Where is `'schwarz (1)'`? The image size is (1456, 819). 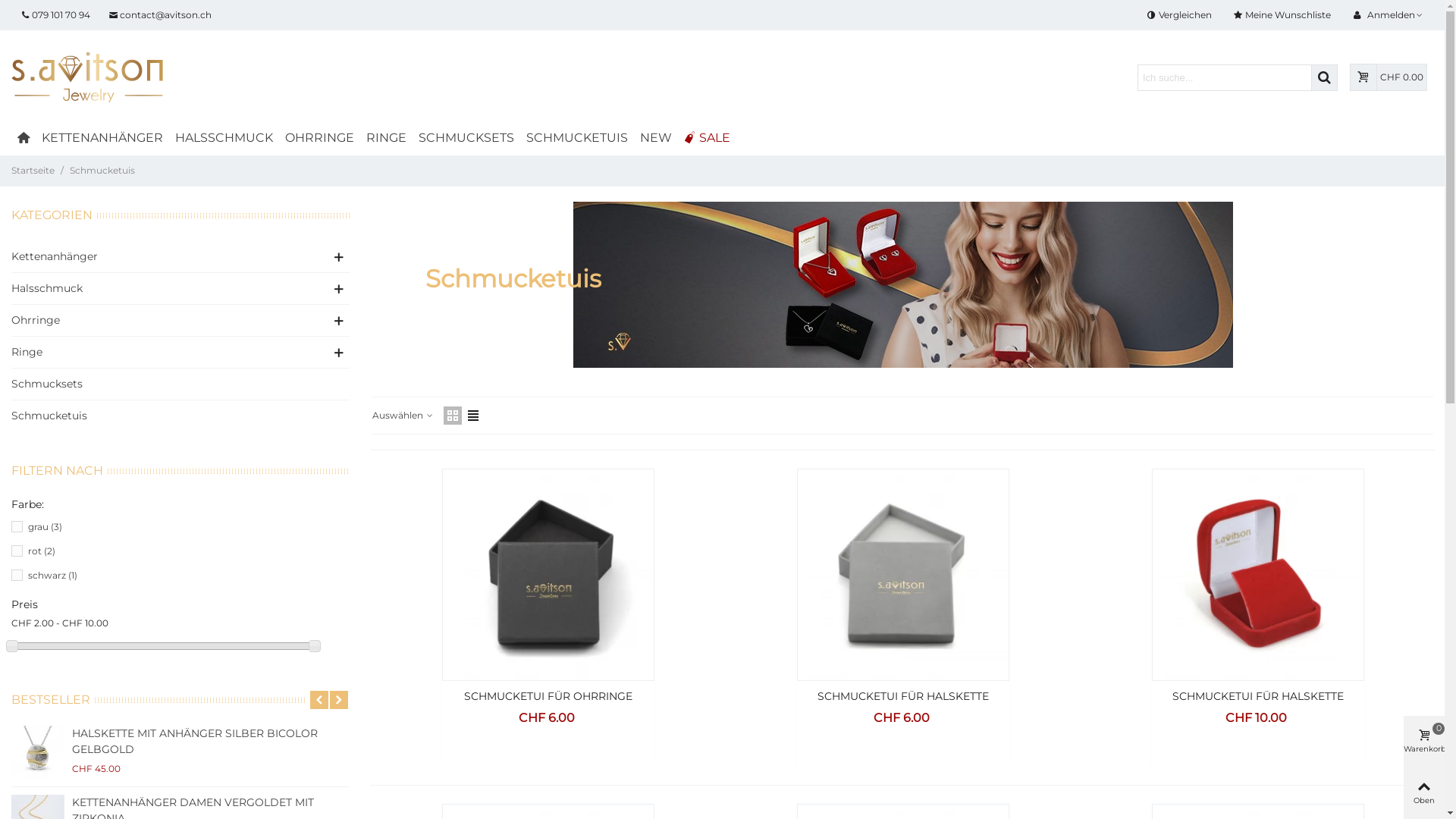 'schwarz (1)' is located at coordinates (52, 576).